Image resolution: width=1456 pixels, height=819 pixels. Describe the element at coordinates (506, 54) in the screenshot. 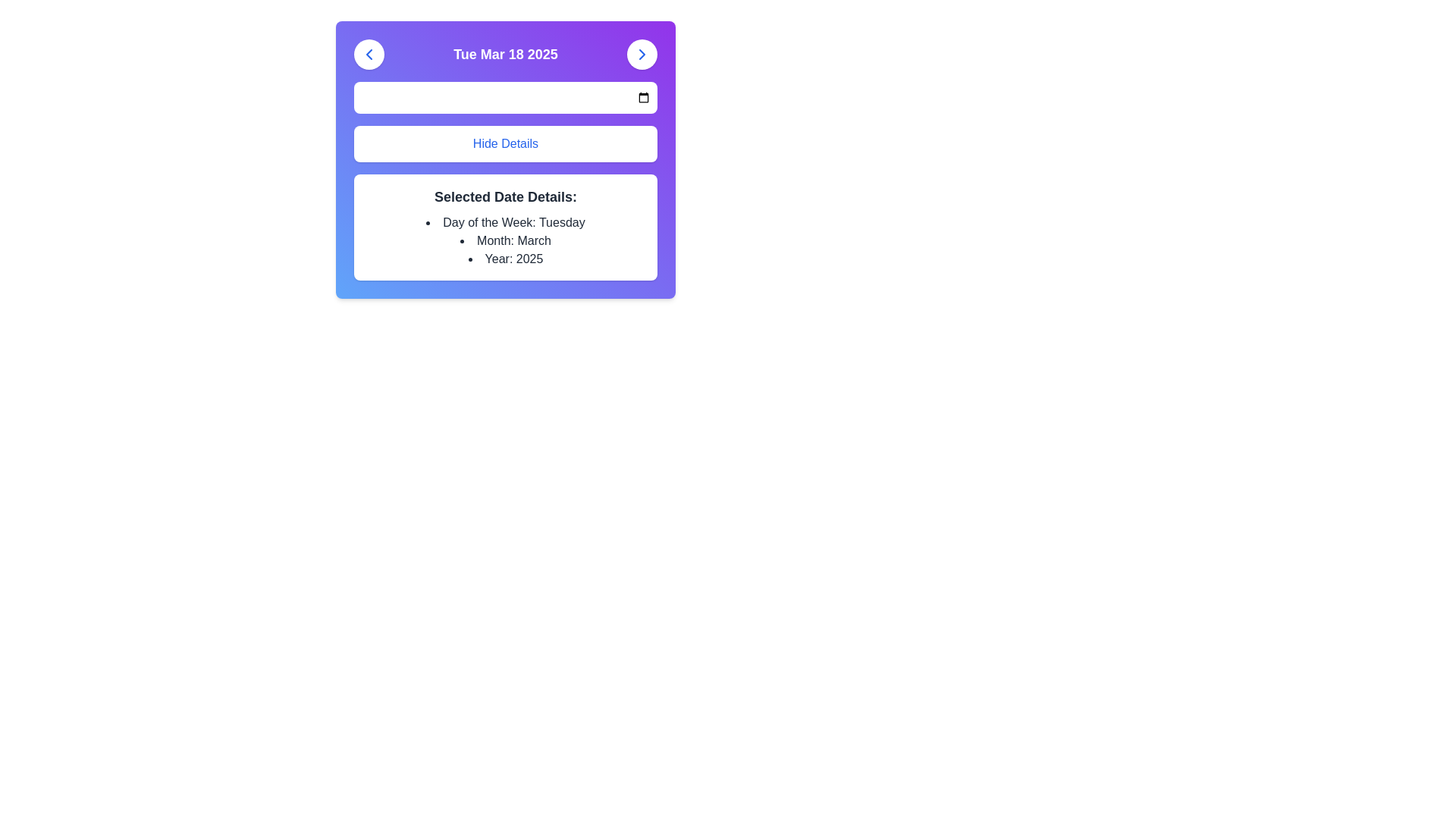

I see `the text label displaying the date 'Tue Mar 18 2025' which is centered in the top section of the UI with a purple background` at that location.